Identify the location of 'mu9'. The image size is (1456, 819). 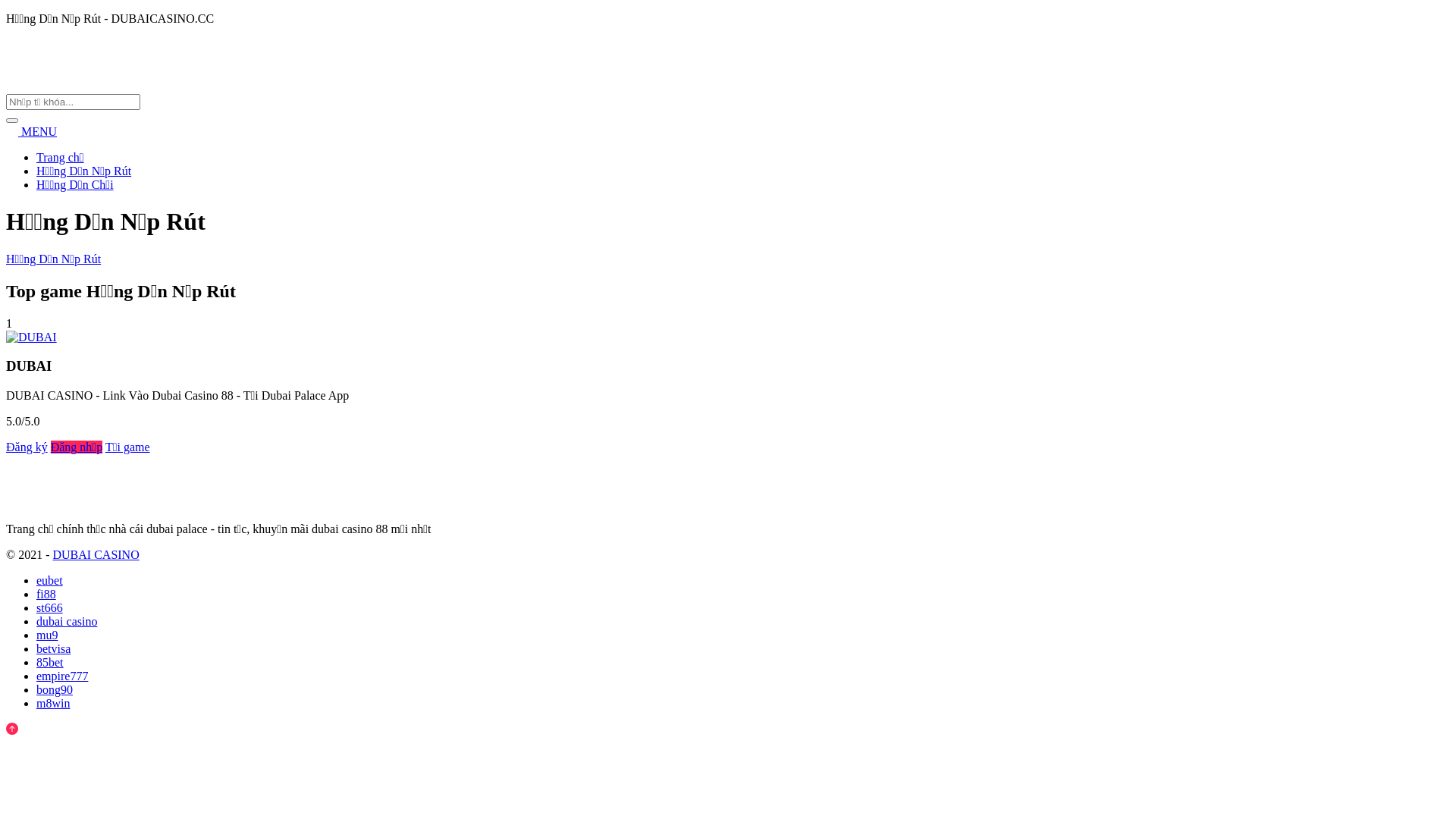
(36, 635).